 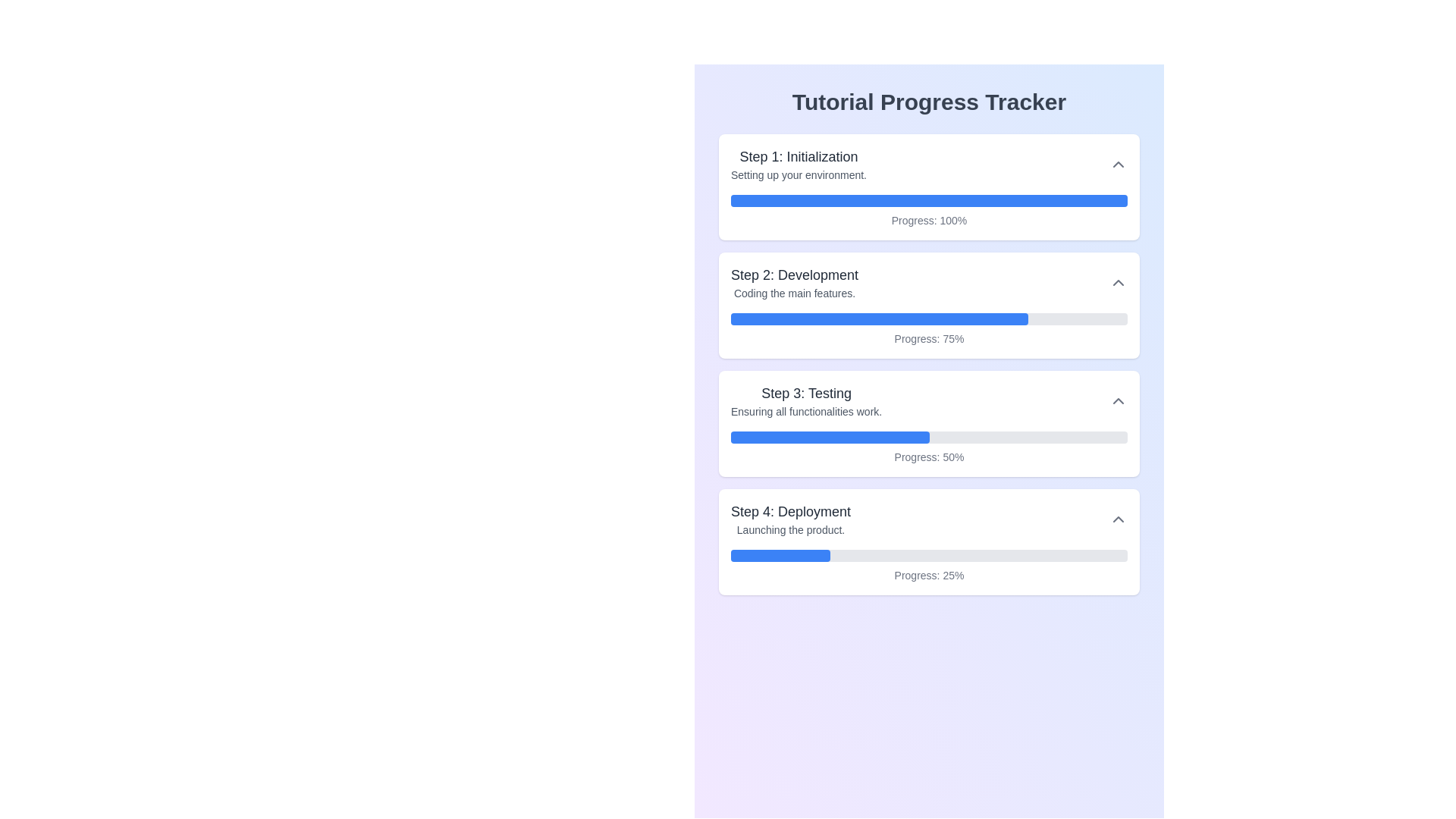 What do you see at coordinates (928, 338) in the screenshot?
I see `the text display that shows 'Progress: 75%' located beneath the blue and gray progress bar in Step 2 of the four-step progress tracker` at bounding box center [928, 338].